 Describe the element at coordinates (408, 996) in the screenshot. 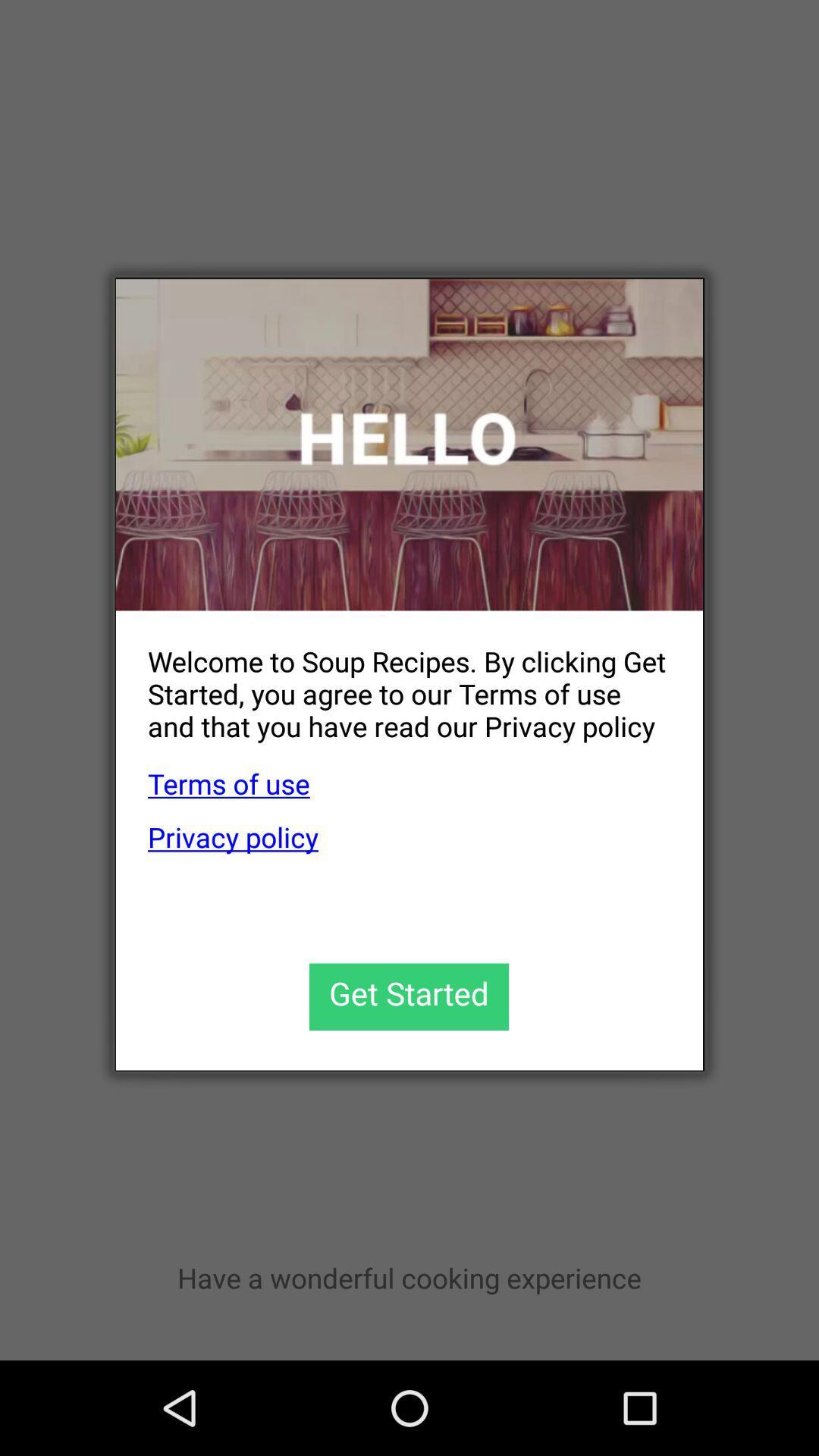

I see `icon below the privacy policy item` at that location.